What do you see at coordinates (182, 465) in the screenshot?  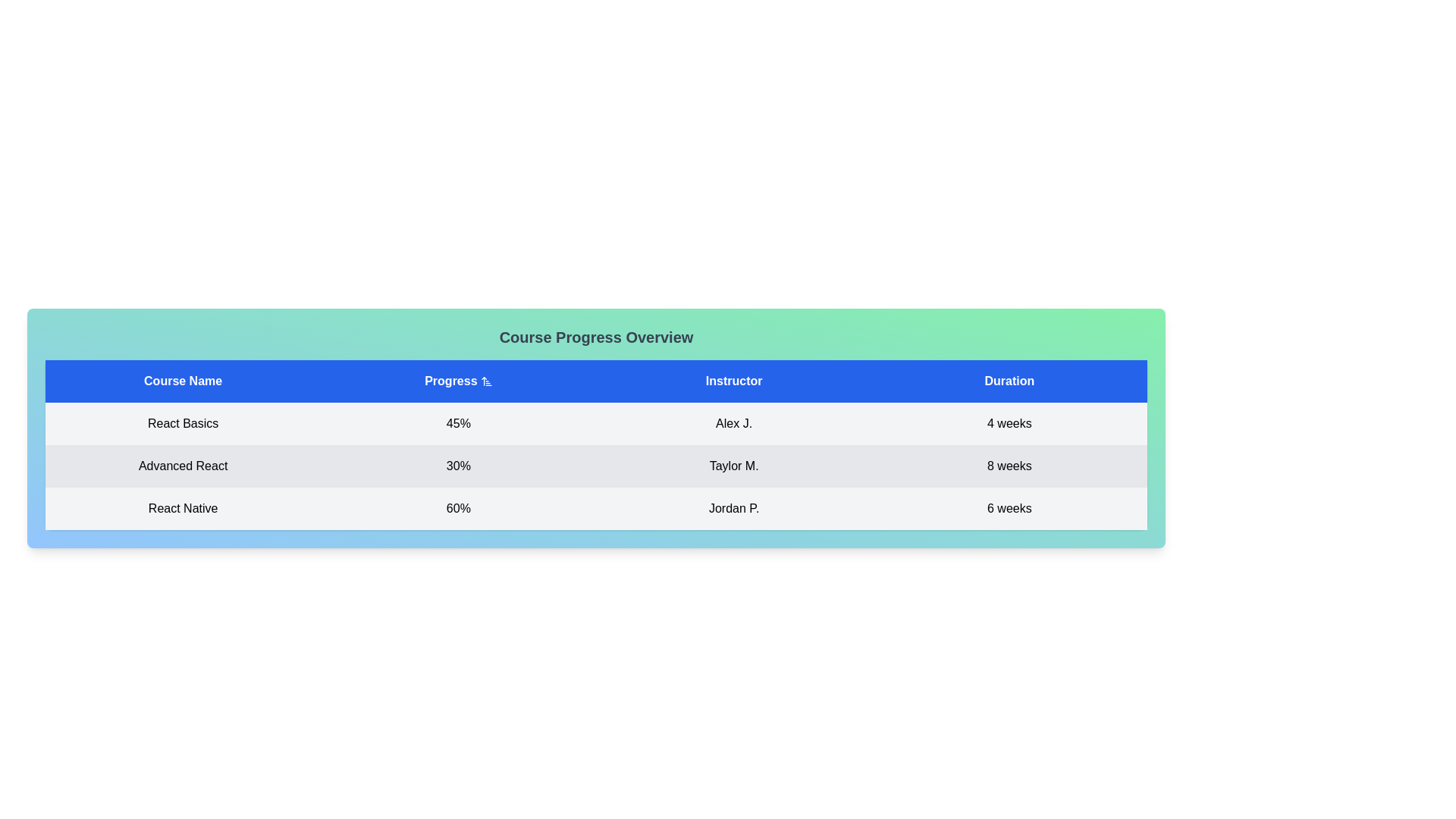 I see `the static text label displaying 'Advanced React', which is the first text component in the second row of the table under 'Course Progress Overview'` at bounding box center [182, 465].